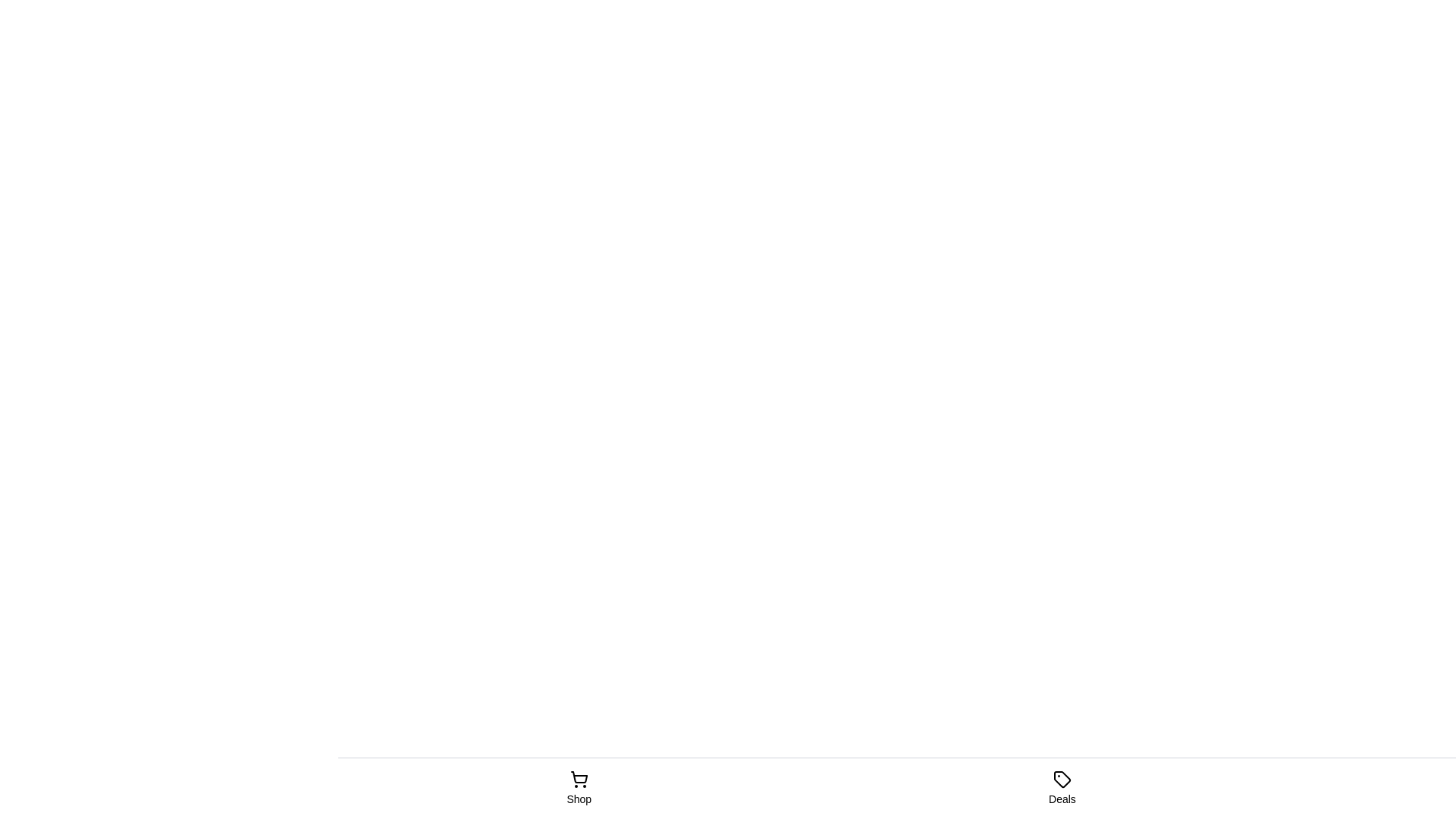 The image size is (1456, 819). Describe the element at coordinates (1062, 788) in the screenshot. I see `the tab label Deals to select its text` at that location.